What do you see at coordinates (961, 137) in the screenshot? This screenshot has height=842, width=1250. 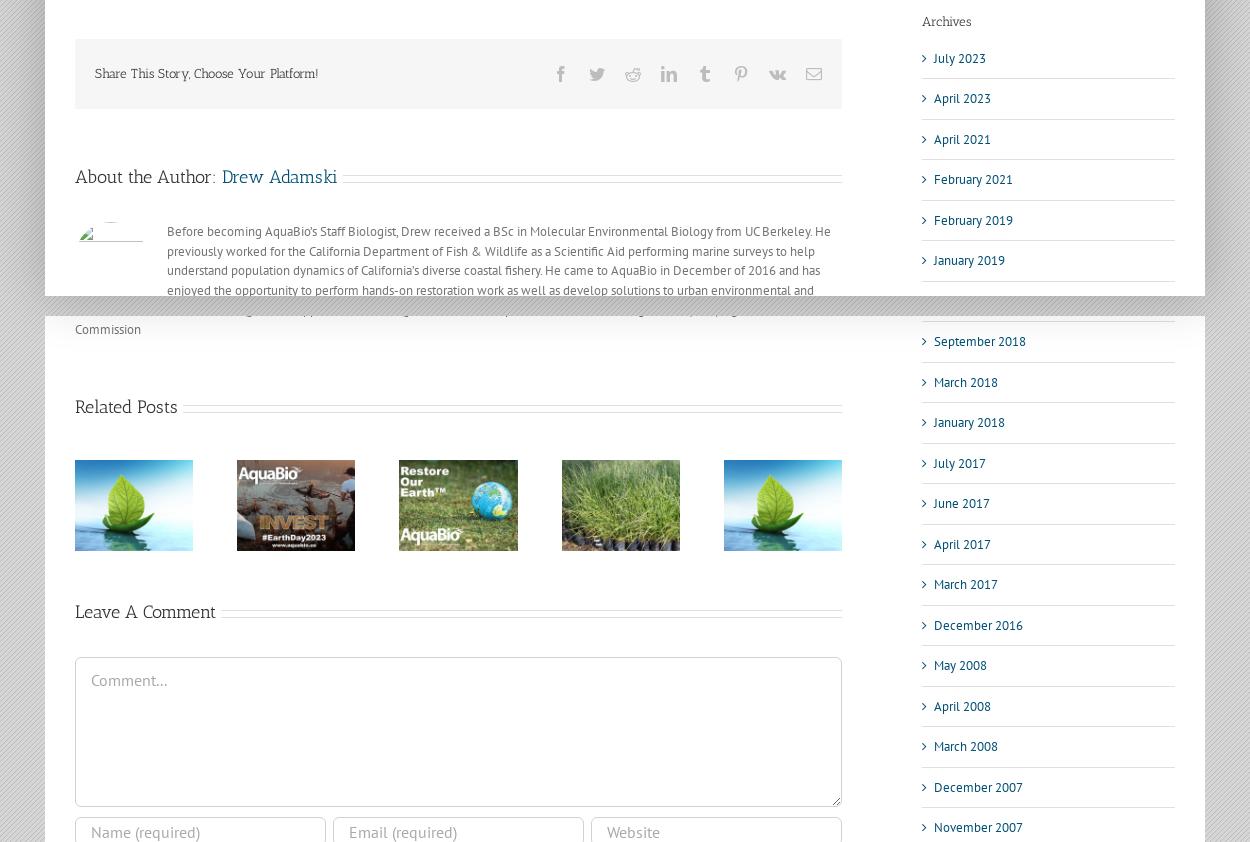 I see `'April 2021'` at bounding box center [961, 137].